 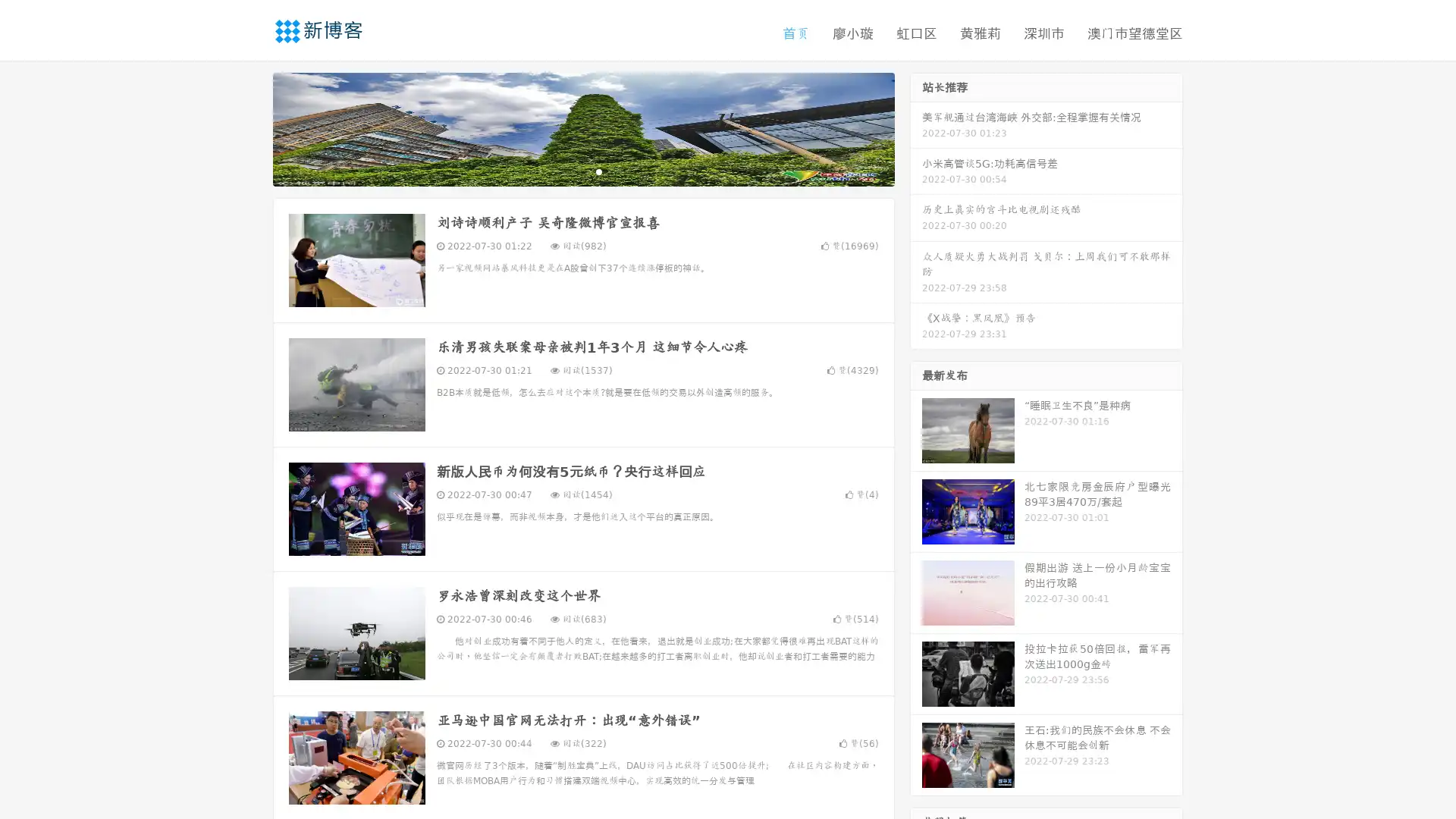 I want to click on Go to slide 2, so click(x=582, y=171).